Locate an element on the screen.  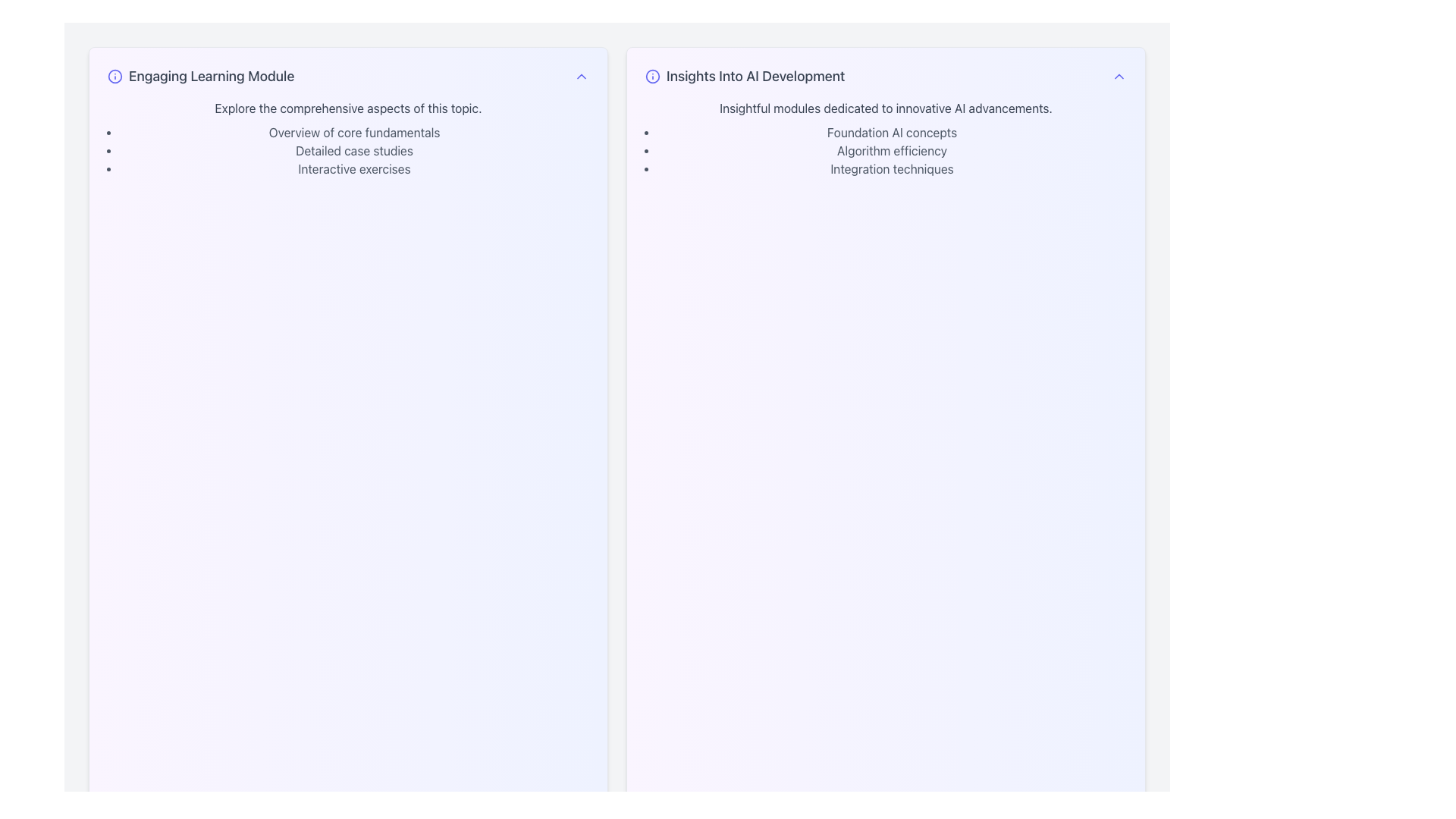
the Text Label / Heading located in the right panel of a two-column layout, near the top, serving as the first element of the column's content is located at coordinates (745, 76).